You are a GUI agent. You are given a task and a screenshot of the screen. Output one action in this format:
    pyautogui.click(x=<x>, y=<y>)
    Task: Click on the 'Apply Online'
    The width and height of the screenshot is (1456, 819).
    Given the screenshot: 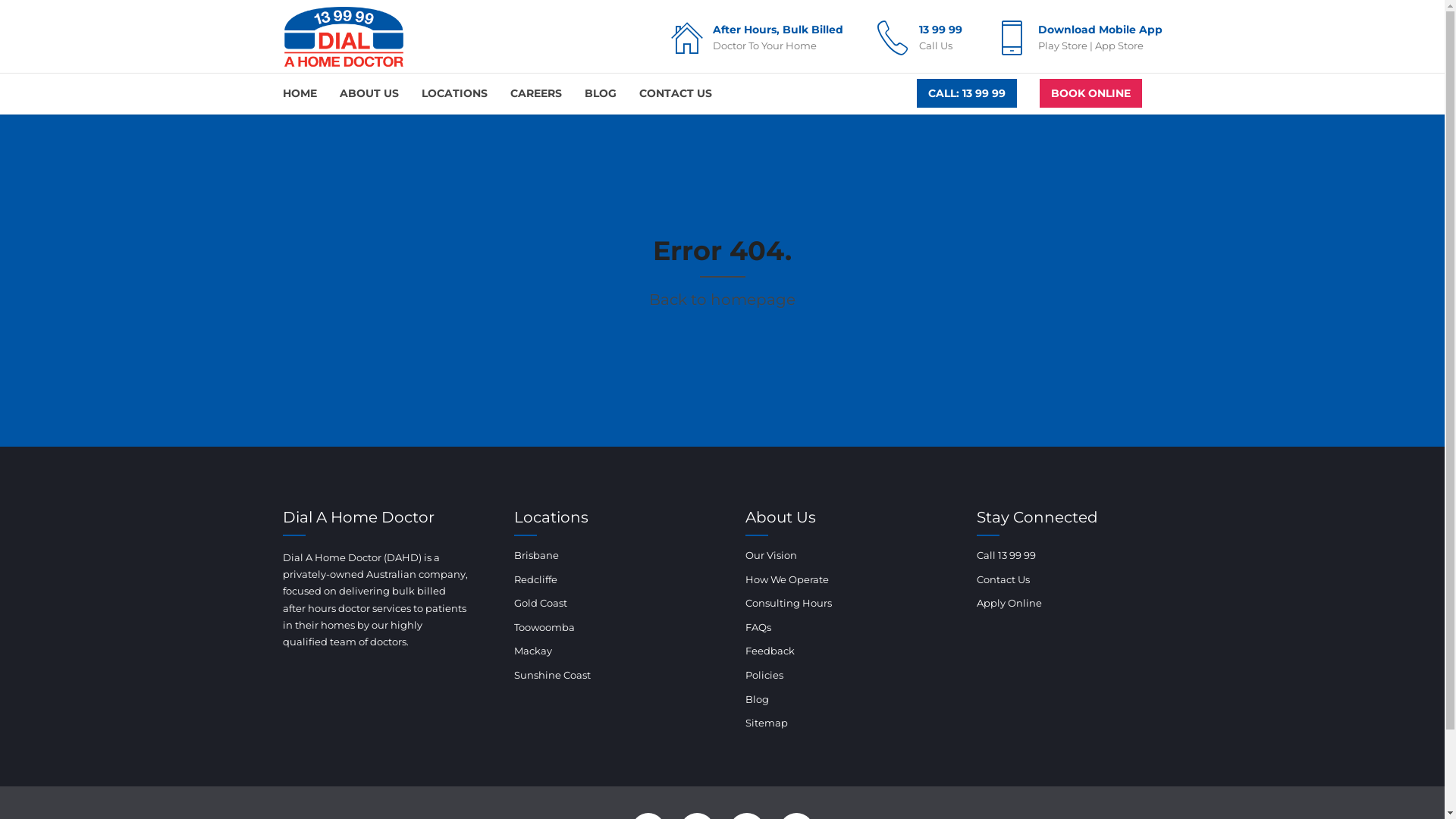 What is the action you would take?
    pyautogui.click(x=976, y=601)
    